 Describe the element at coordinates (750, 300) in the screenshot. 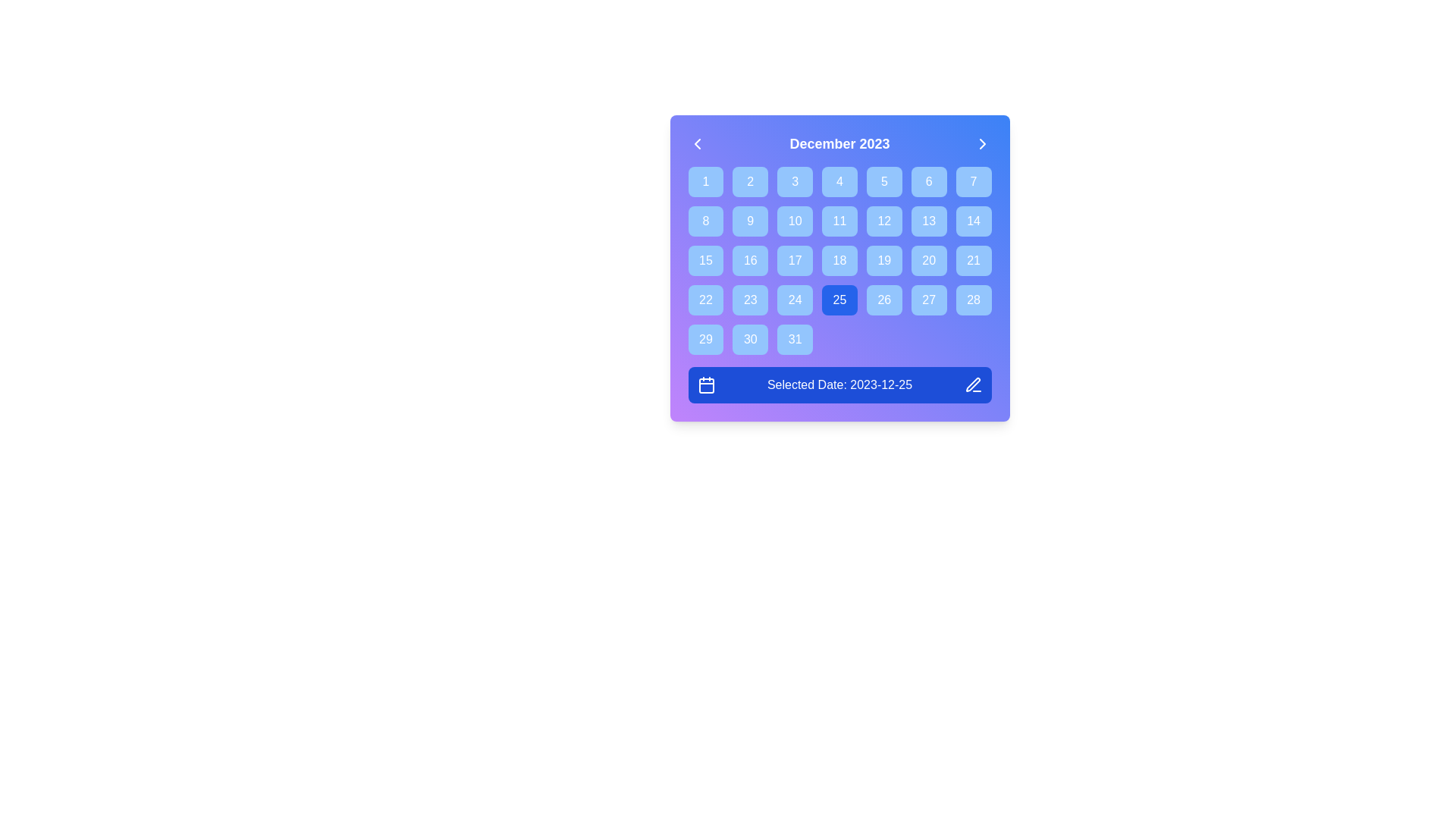

I see `the clickable calendar day cell in the fourth row and second column` at that location.